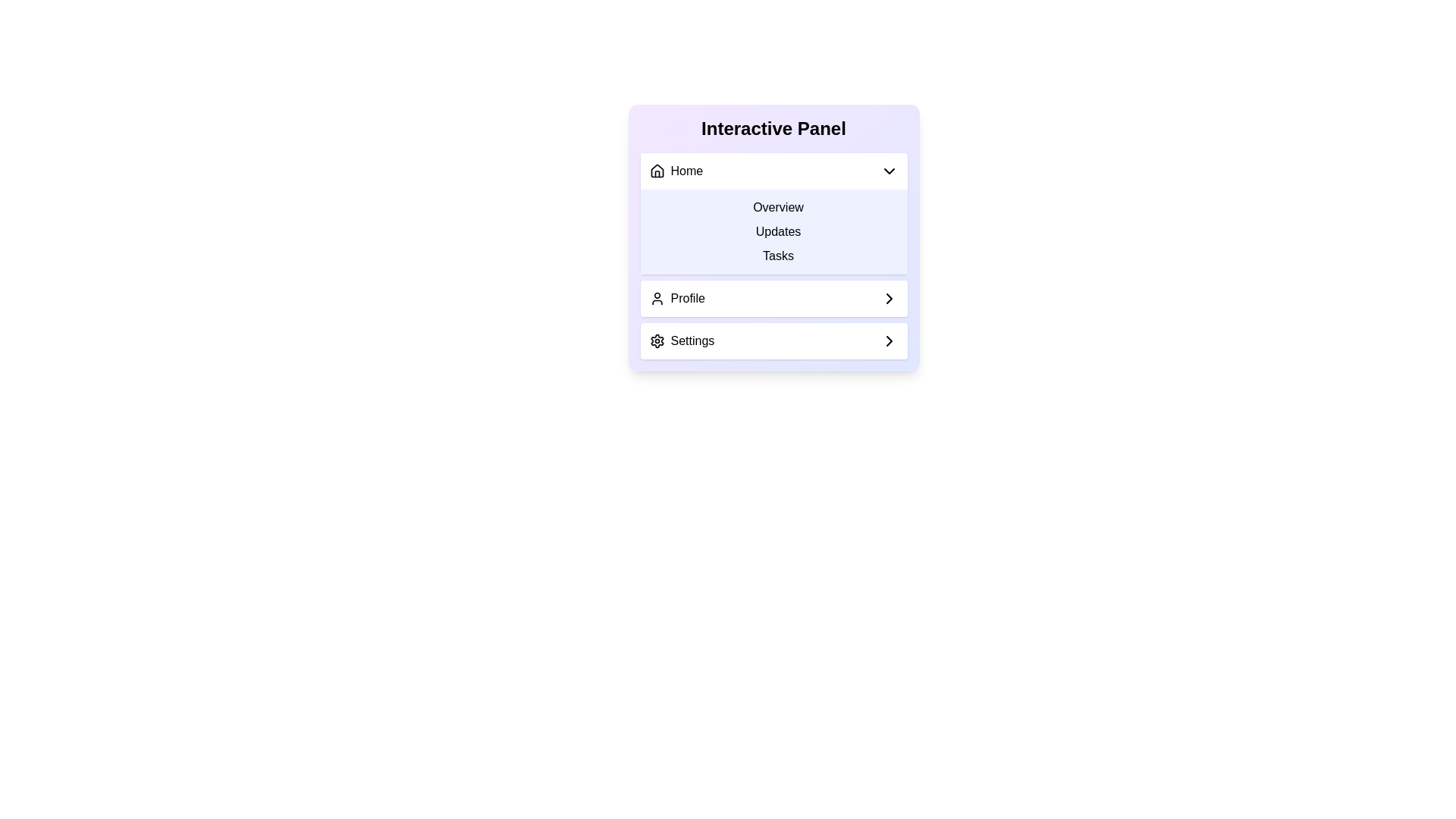  I want to click on the Text label with an icon in the Interactive Panel, so click(681, 341).